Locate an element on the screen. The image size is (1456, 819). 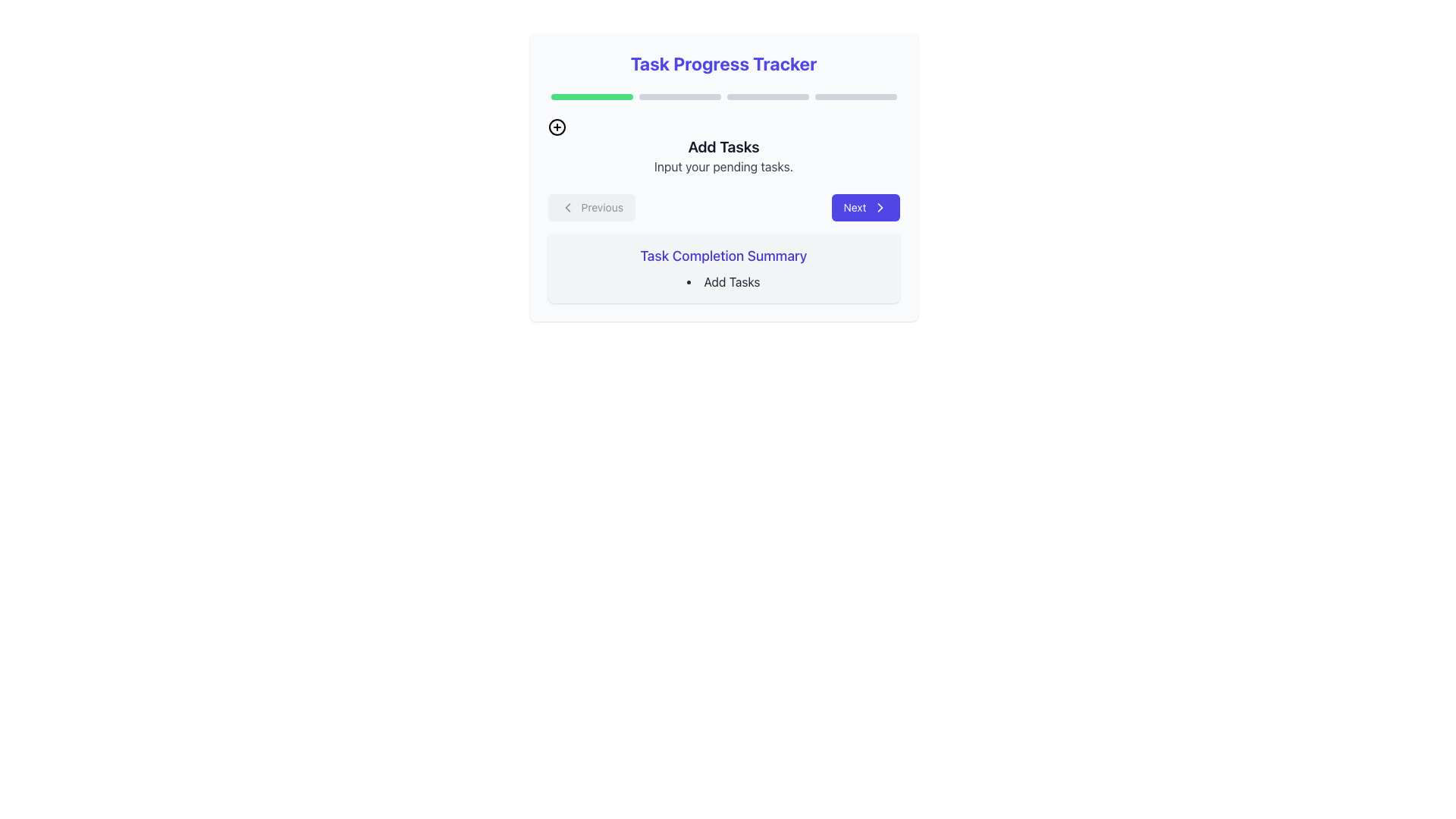
progress description from the 'Task Progress Tracker' UI element, which includes the heading, subheading, and descriptive text is located at coordinates (723, 177).